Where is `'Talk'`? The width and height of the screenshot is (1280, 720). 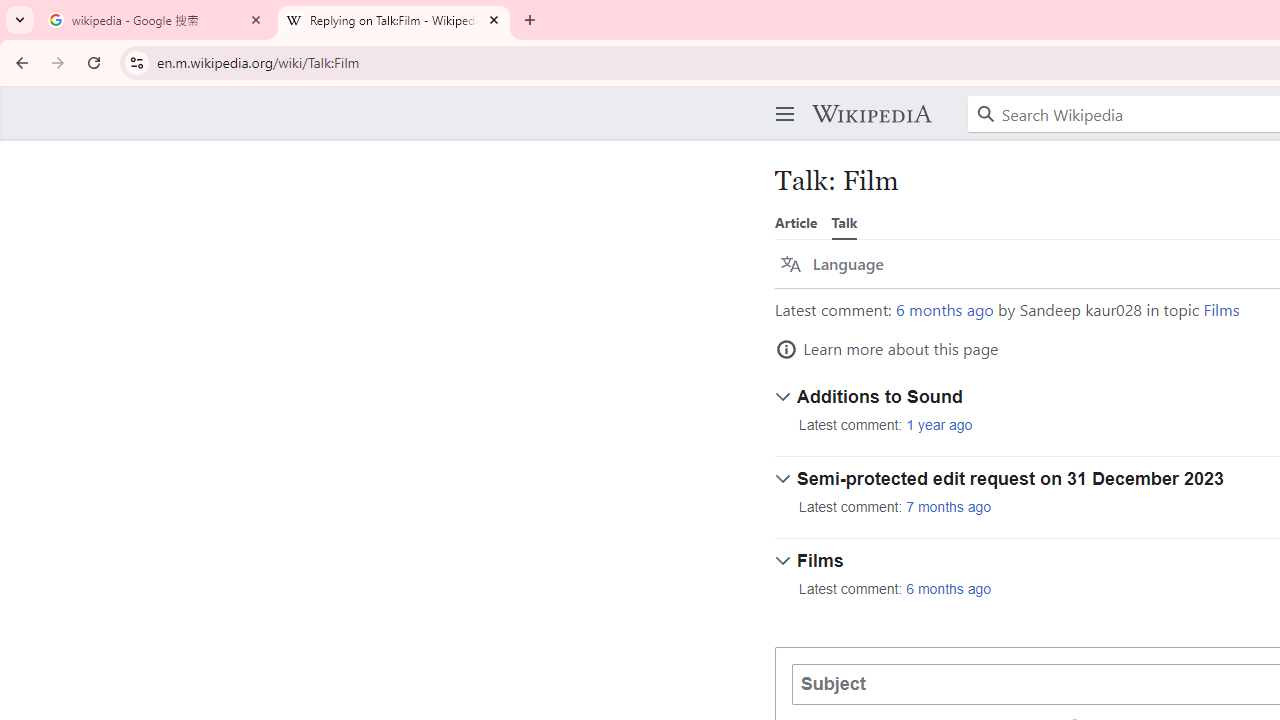
'Talk' is located at coordinates (844, 222).